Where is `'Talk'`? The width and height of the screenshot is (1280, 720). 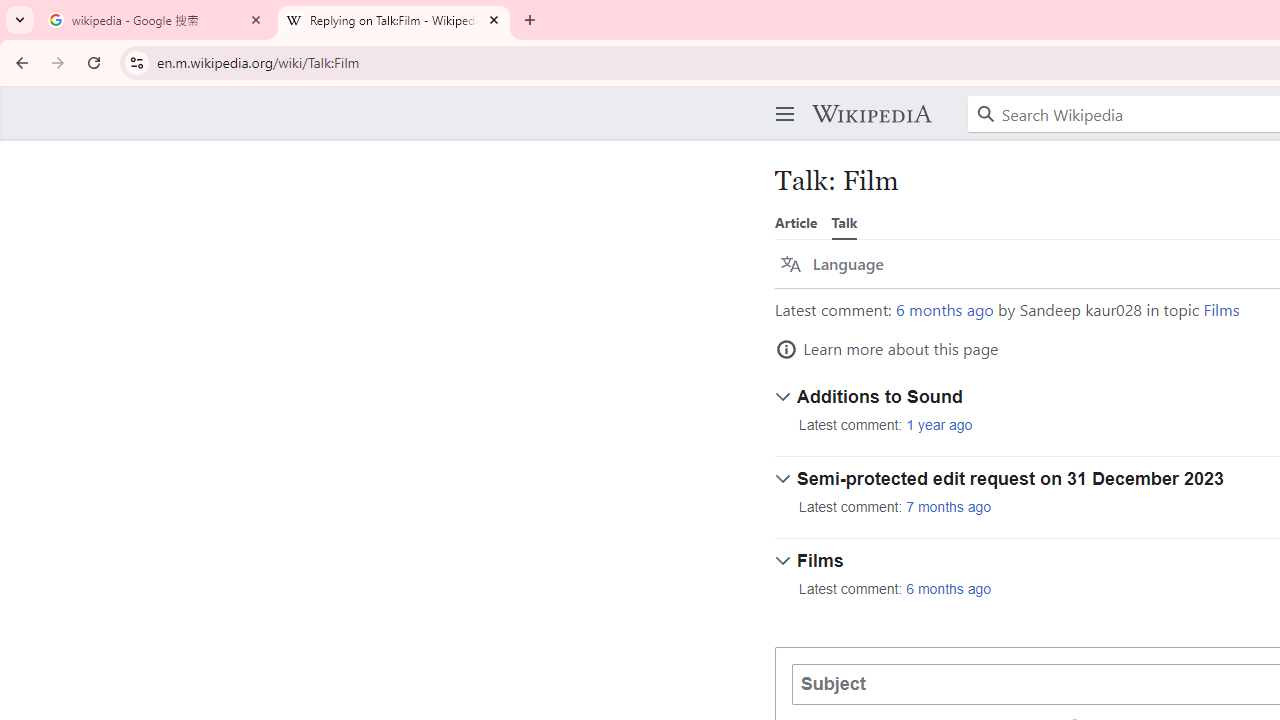
'Talk' is located at coordinates (844, 222).